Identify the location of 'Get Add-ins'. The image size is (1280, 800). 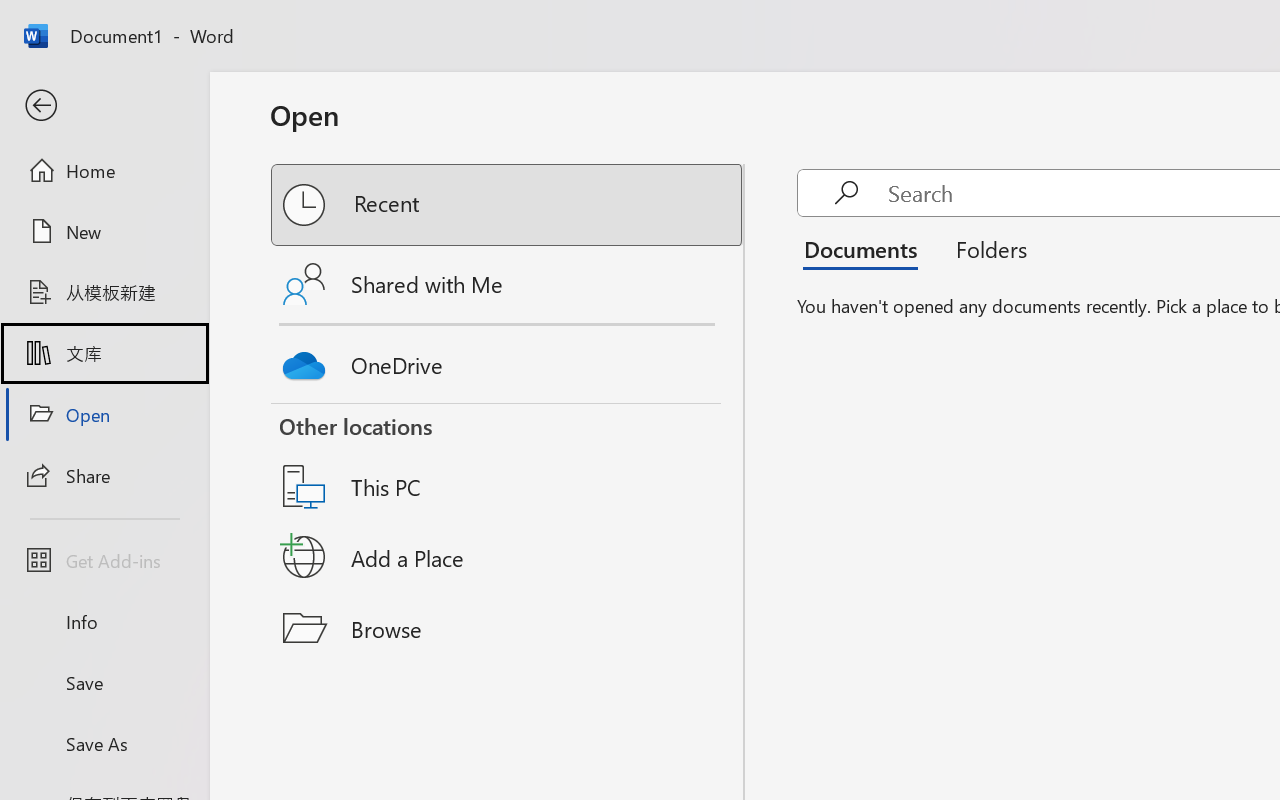
(103, 560).